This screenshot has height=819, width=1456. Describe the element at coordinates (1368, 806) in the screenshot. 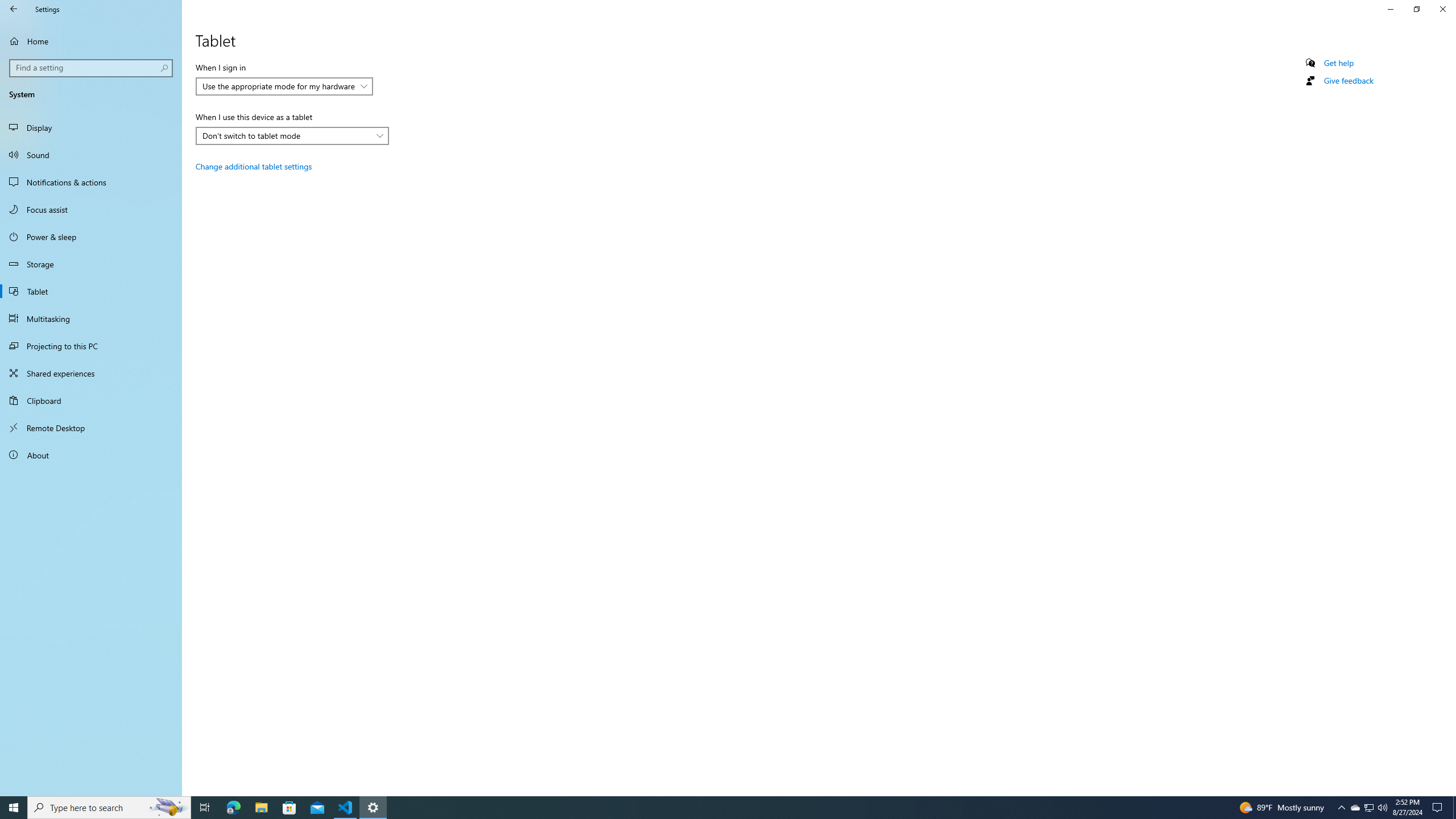

I see `'User Promoted Notification Area'` at that location.